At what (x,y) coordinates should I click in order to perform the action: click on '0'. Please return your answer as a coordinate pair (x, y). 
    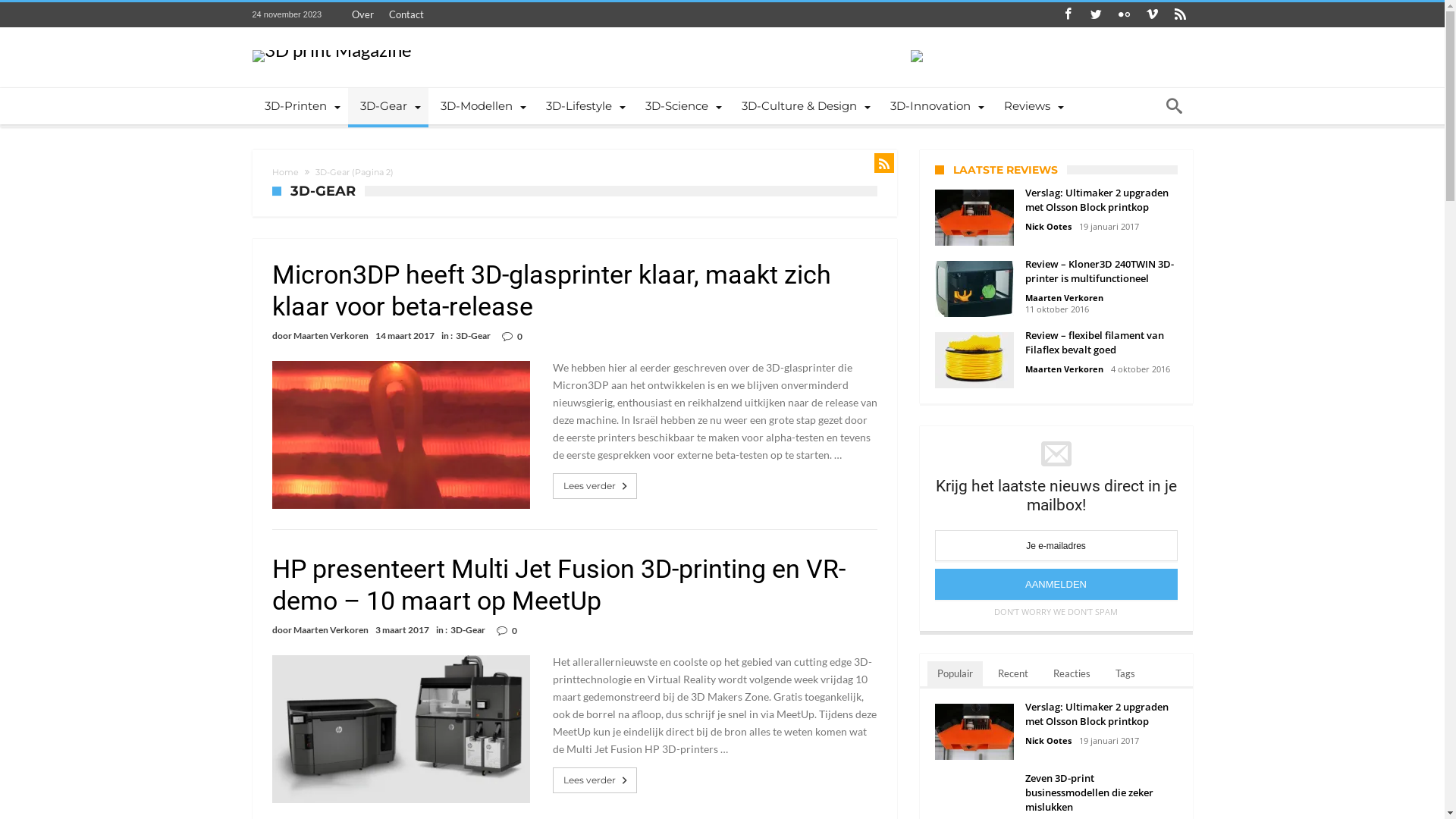
    Looking at the image, I should click on (516, 335).